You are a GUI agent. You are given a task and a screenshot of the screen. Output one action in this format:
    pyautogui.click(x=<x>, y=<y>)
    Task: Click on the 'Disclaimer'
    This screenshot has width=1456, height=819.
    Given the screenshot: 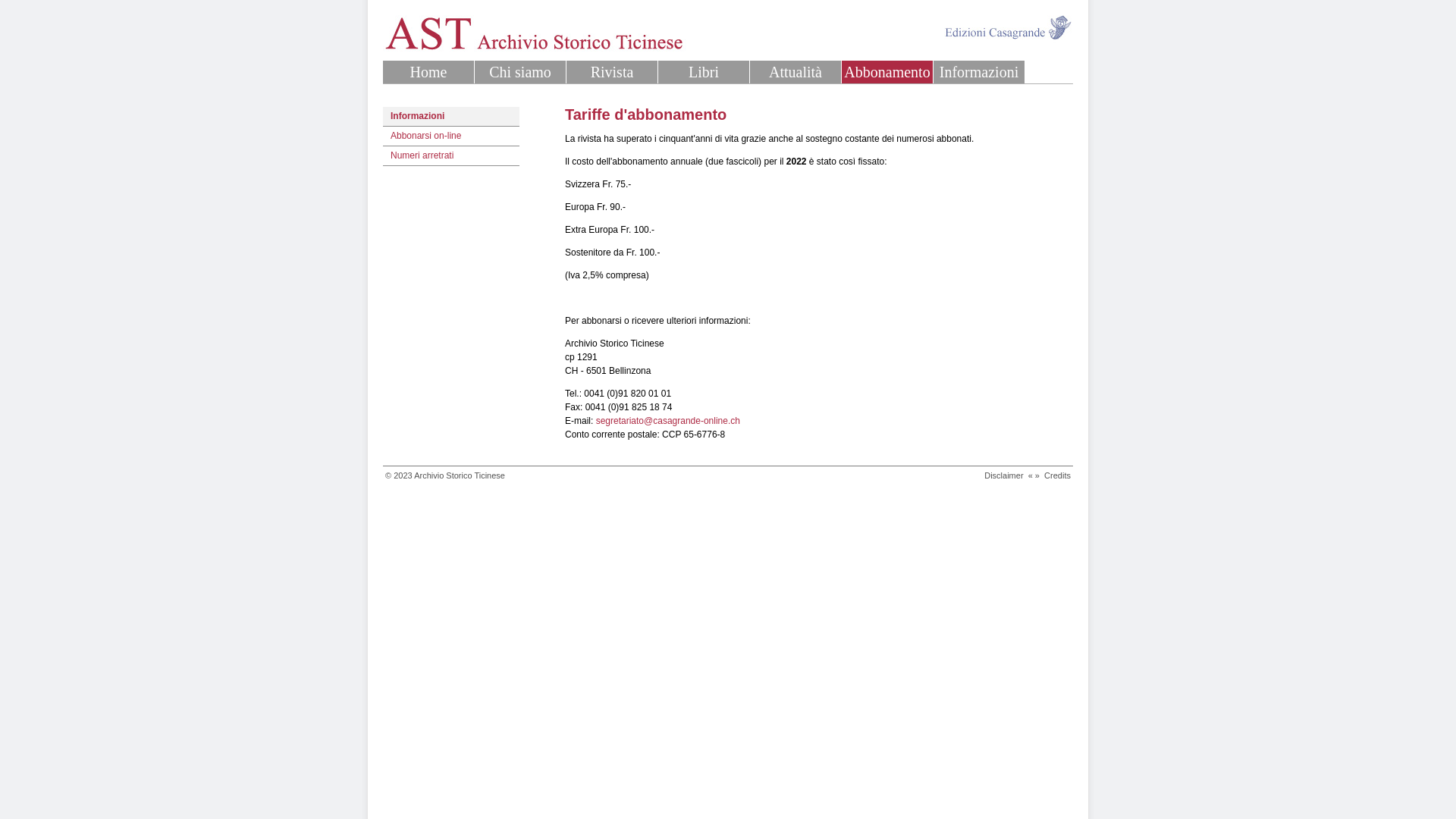 What is the action you would take?
    pyautogui.click(x=984, y=475)
    